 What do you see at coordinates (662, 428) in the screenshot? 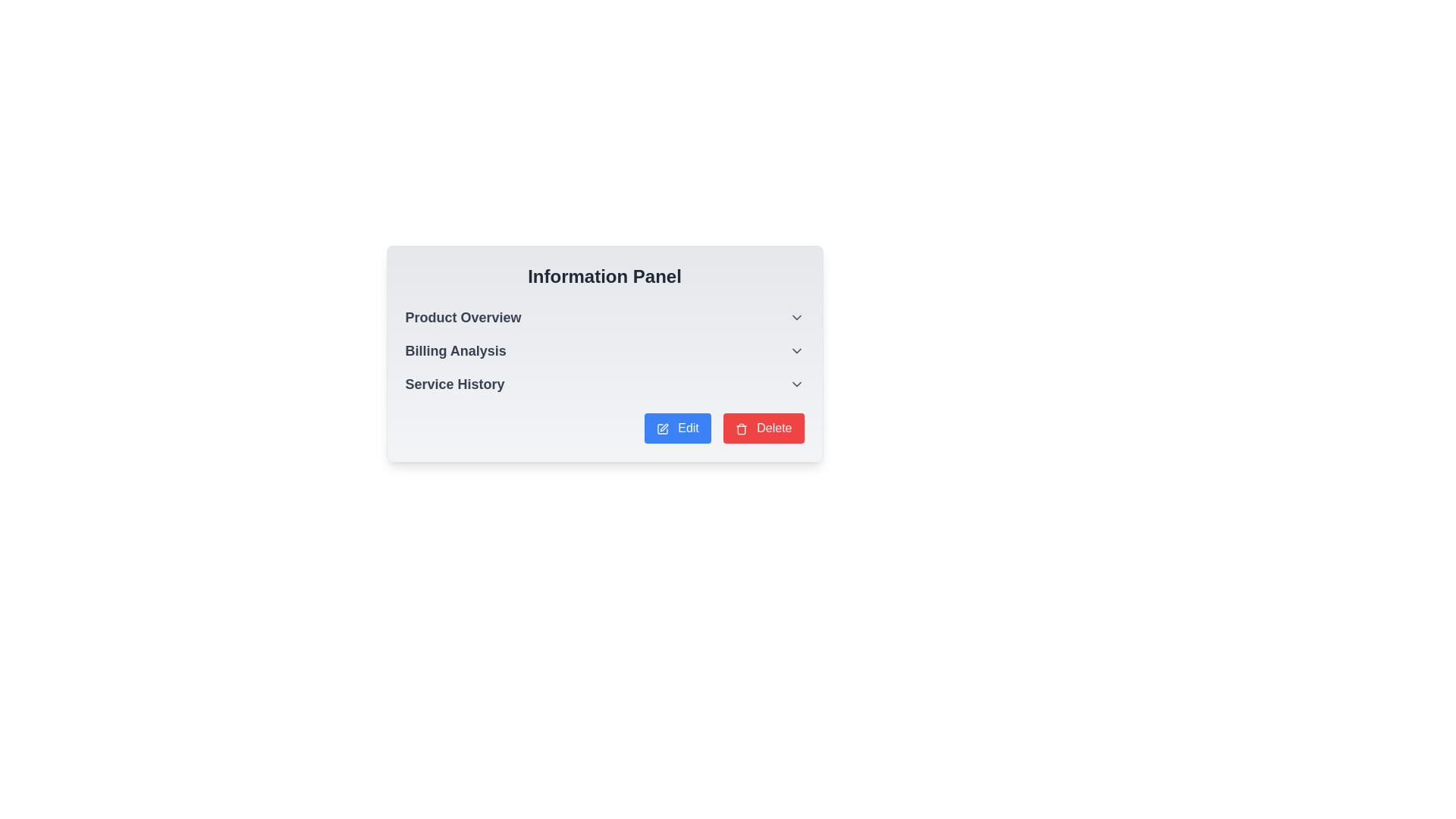
I see `the icon within the blue 'Edit' button that indicates functionality` at bounding box center [662, 428].